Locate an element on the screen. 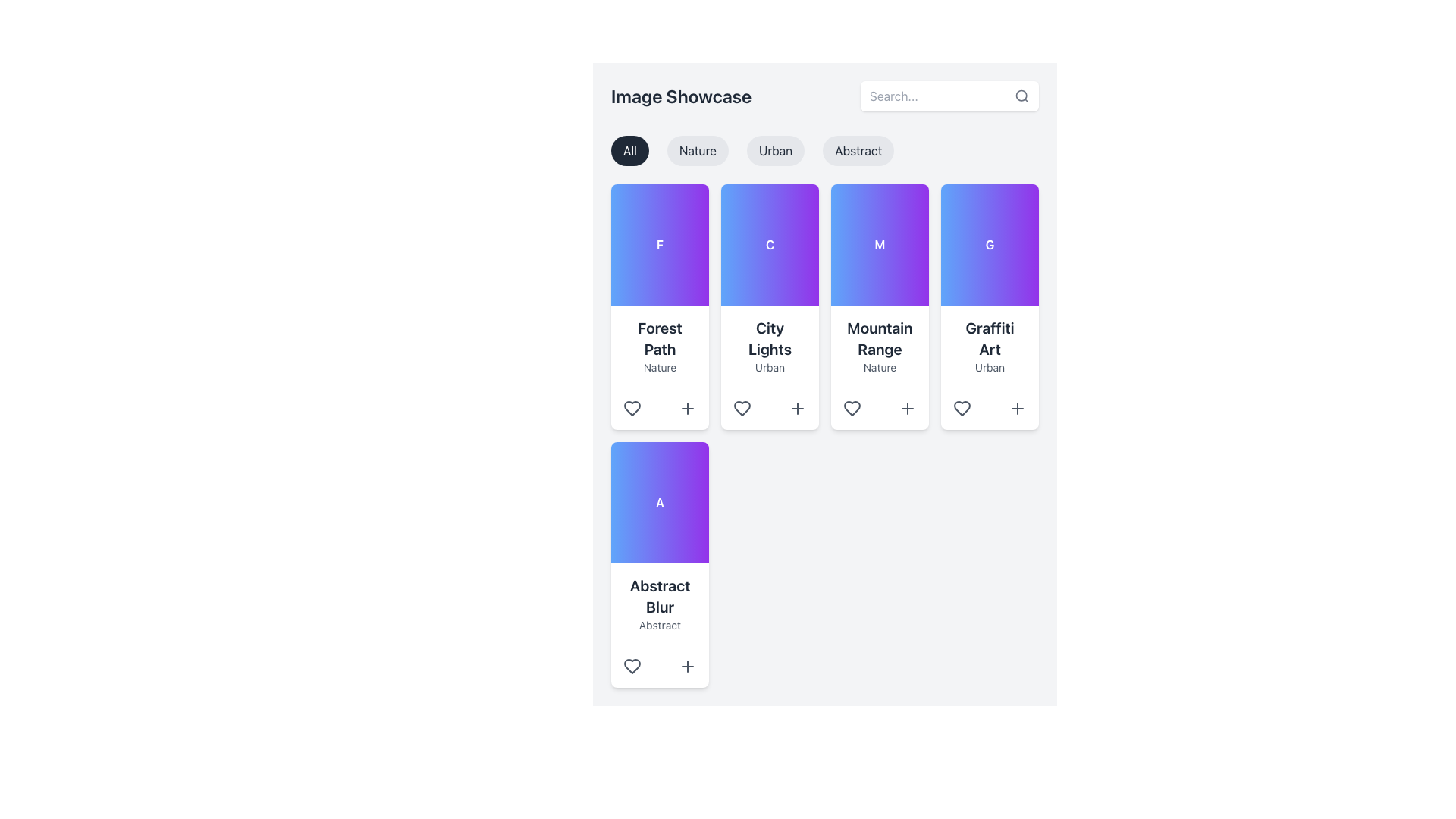 The image size is (1456, 819). the text label displaying 'Mountain Range' and 'Nature' in the third column of the top row in the grid of cards is located at coordinates (880, 346).